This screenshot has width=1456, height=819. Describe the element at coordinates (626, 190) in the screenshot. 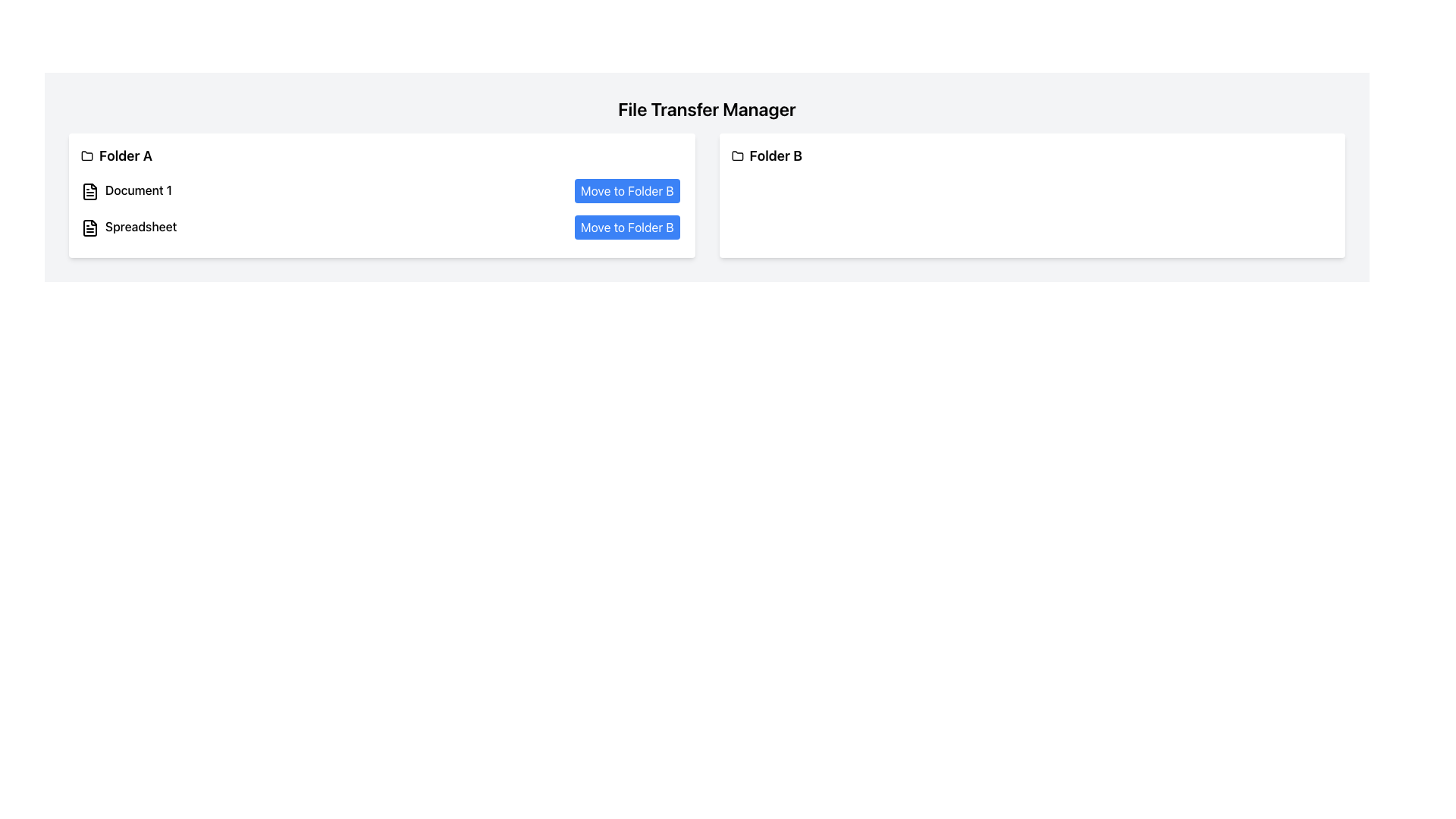

I see `the bright blue button with white text that reads 'Move to Folder B' to move the file` at that location.